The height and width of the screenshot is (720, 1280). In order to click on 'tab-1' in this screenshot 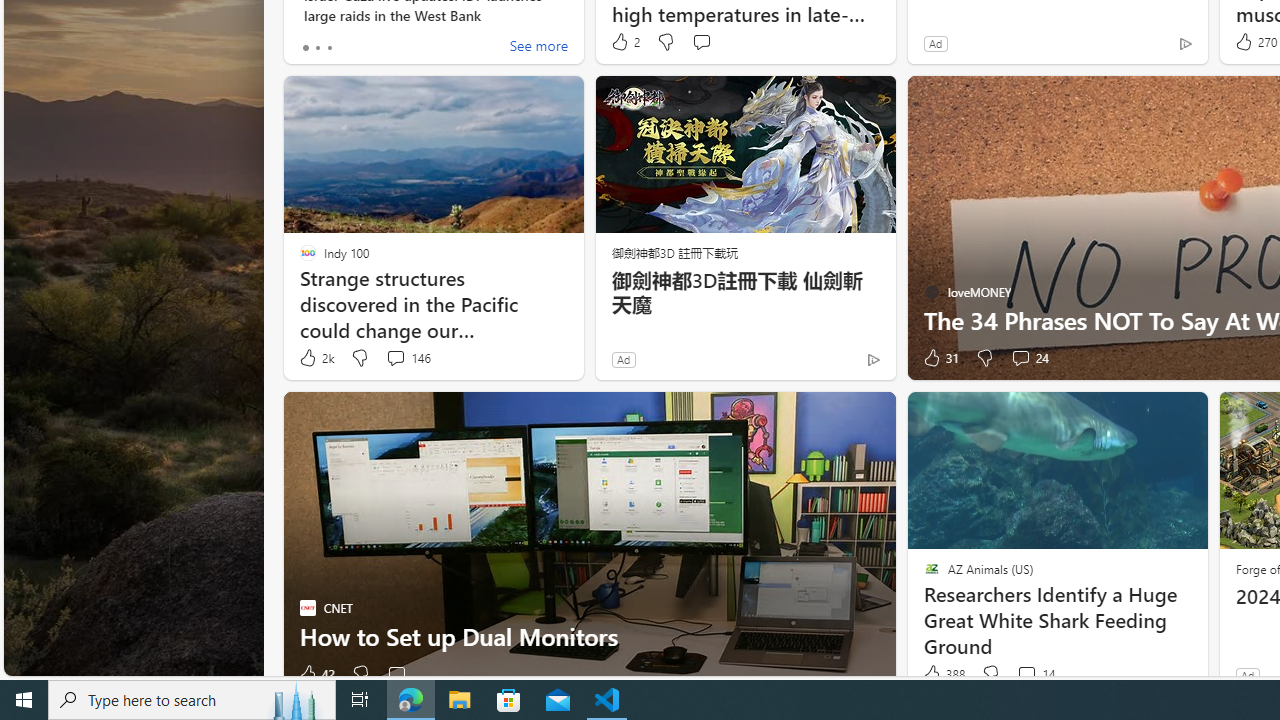, I will do `click(316, 46)`.